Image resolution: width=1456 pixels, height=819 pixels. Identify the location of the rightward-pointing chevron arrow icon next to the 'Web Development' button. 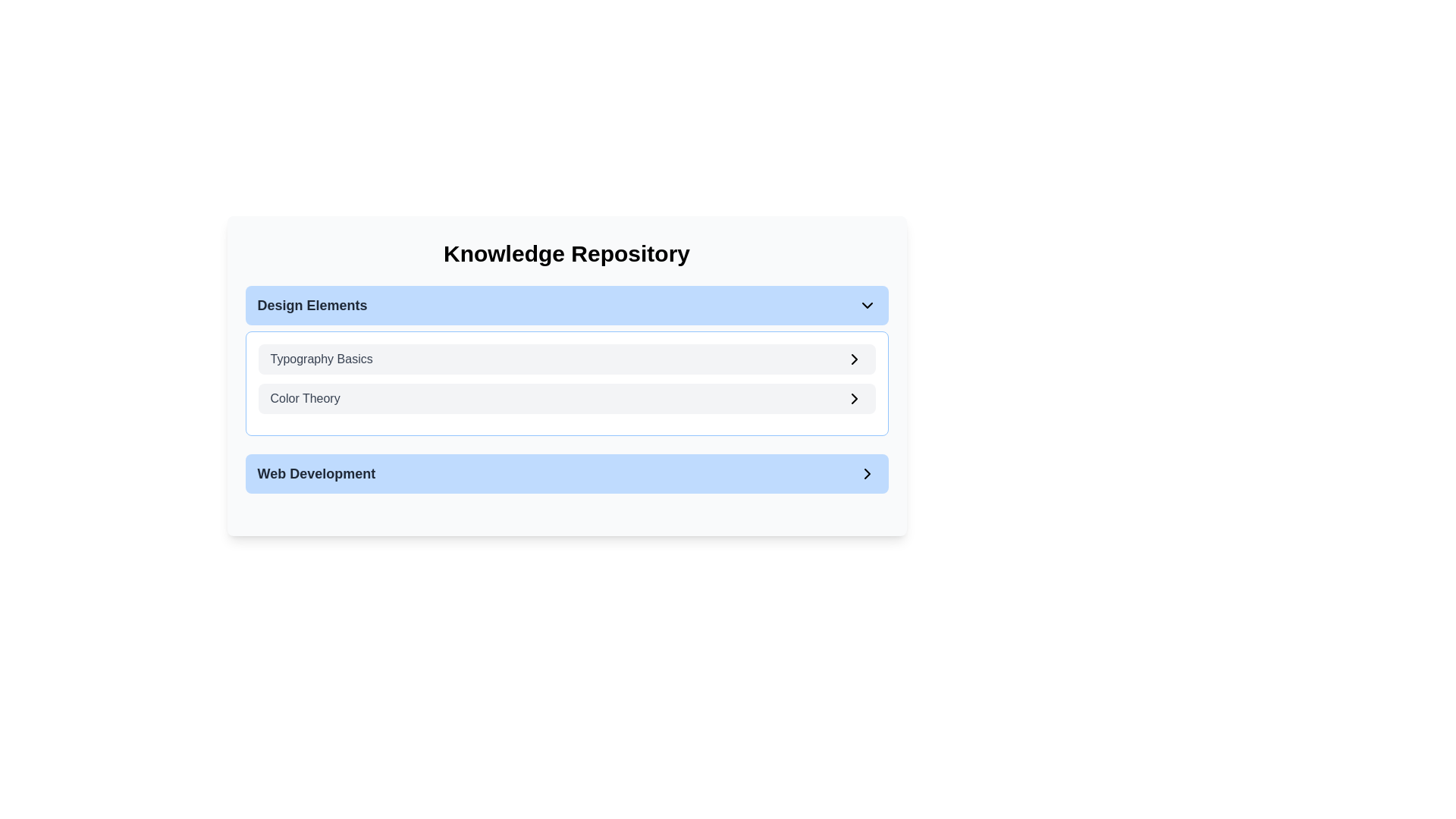
(867, 472).